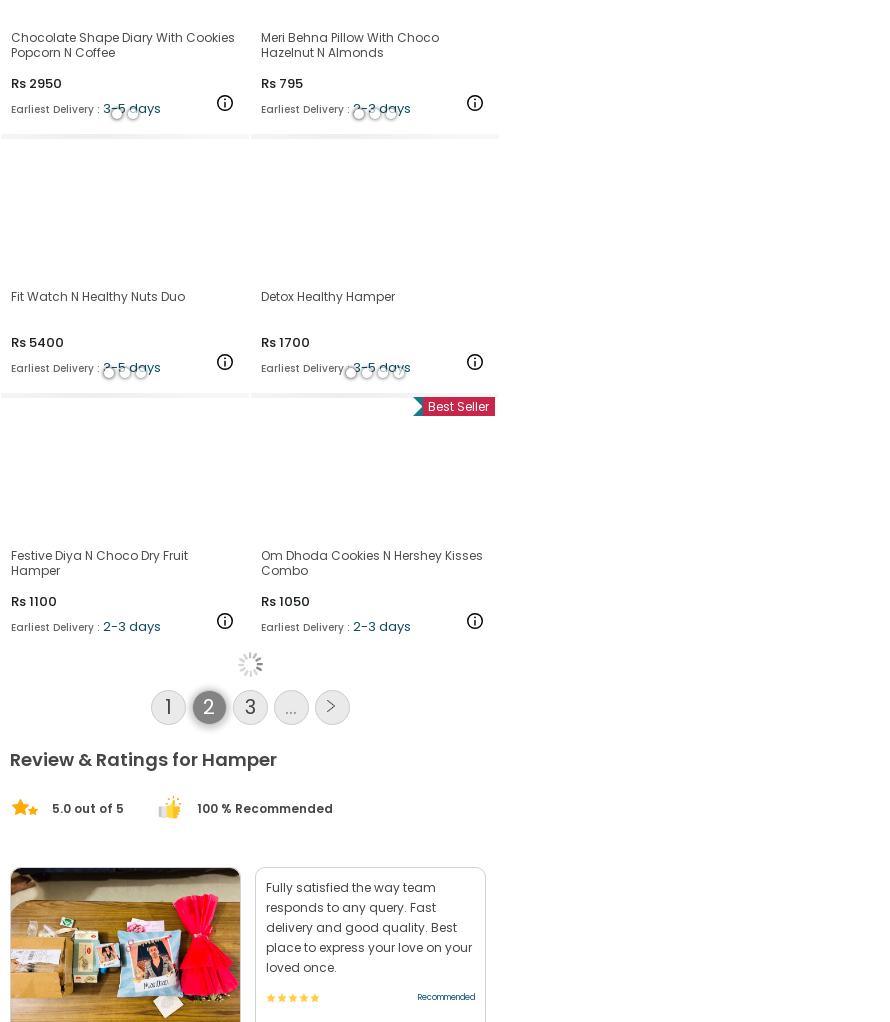  What do you see at coordinates (458, 503) in the screenshot?
I see `'Best Seller'` at bounding box center [458, 503].